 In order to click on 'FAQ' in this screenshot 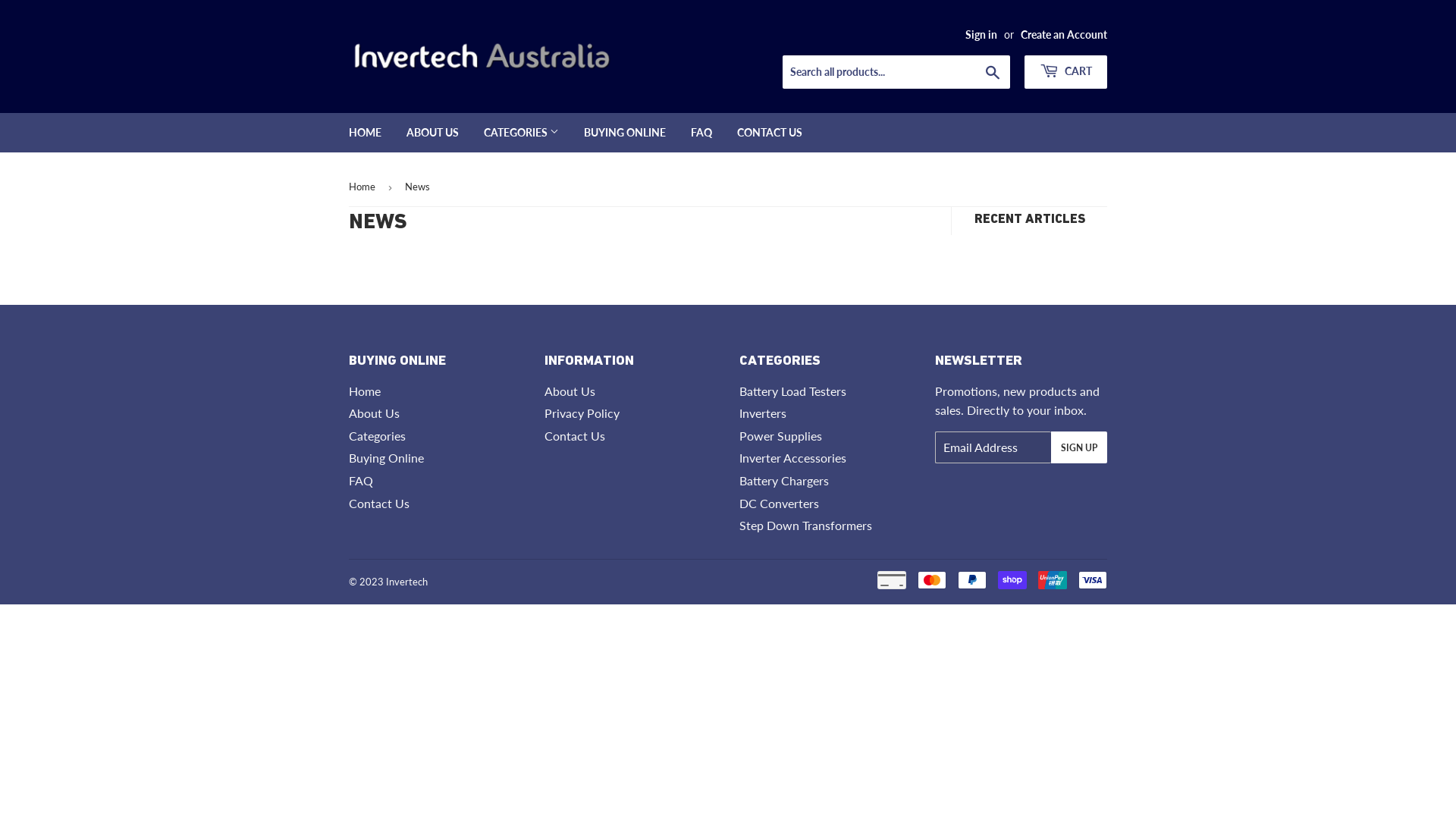, I will do `click(701, 131)`.